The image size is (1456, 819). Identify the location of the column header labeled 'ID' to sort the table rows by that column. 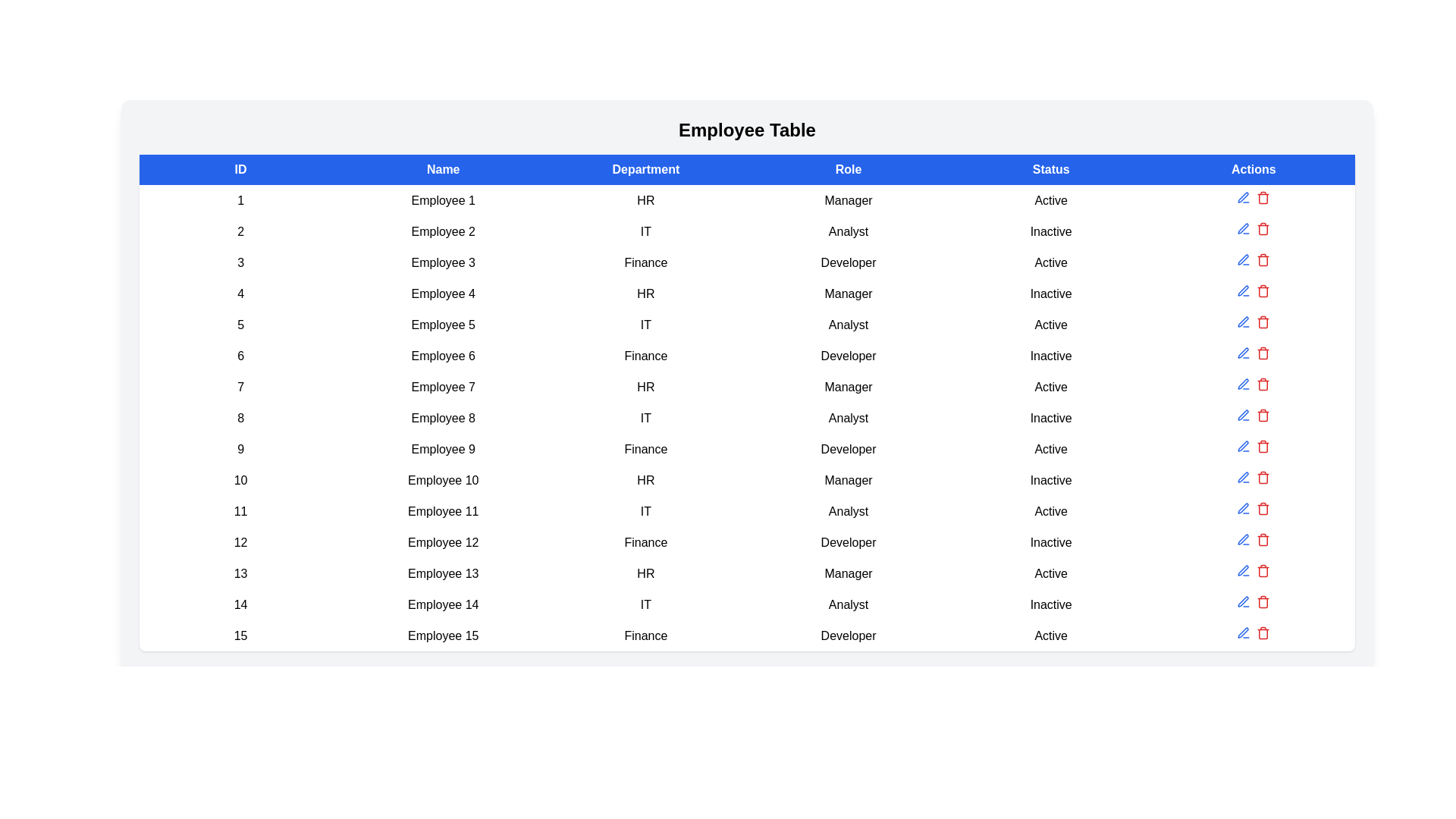
(240, 169).